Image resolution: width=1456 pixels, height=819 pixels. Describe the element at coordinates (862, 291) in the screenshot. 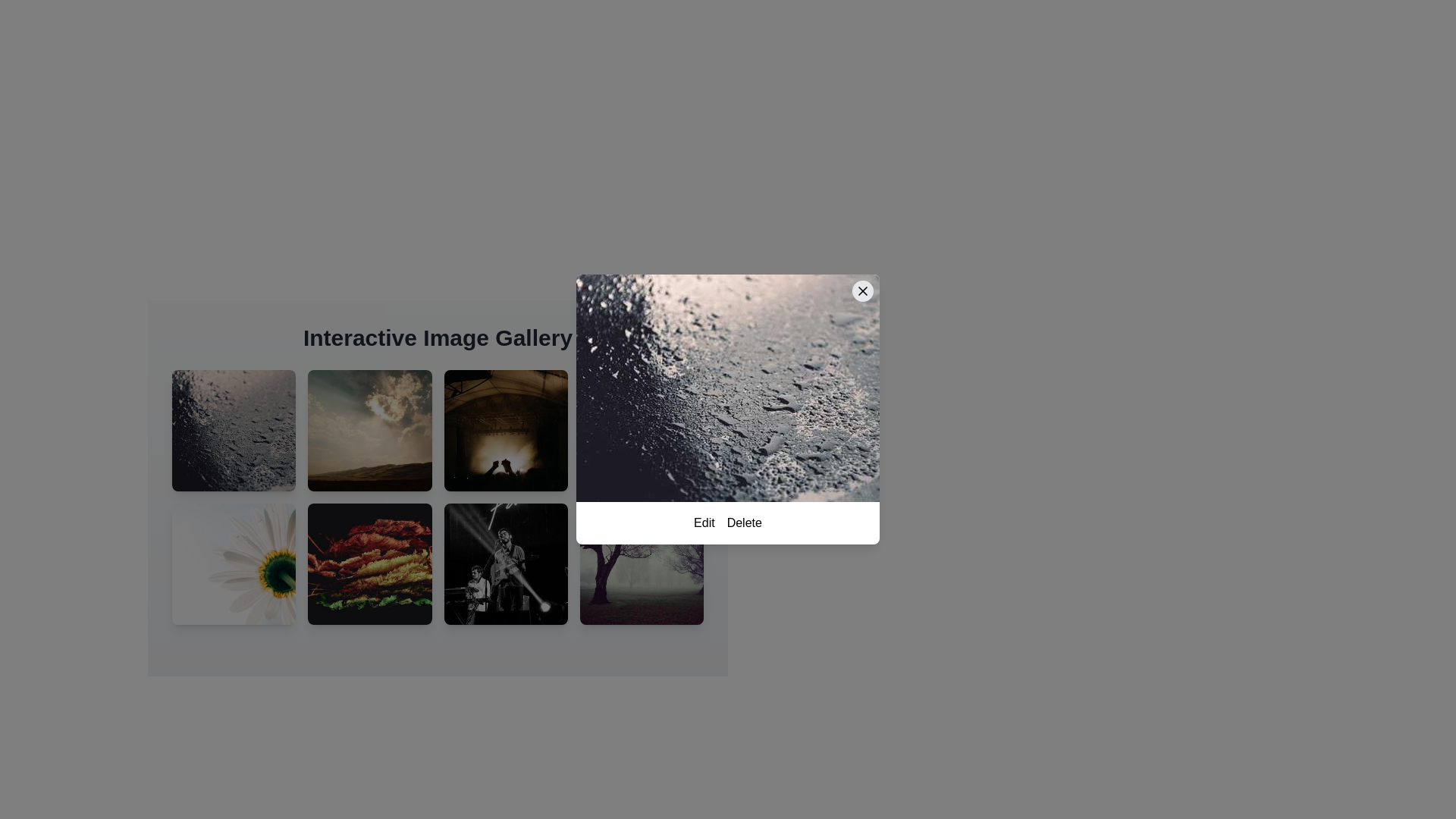

I see `the 'X' icon in the top-right corner of the floating modal` at that location.